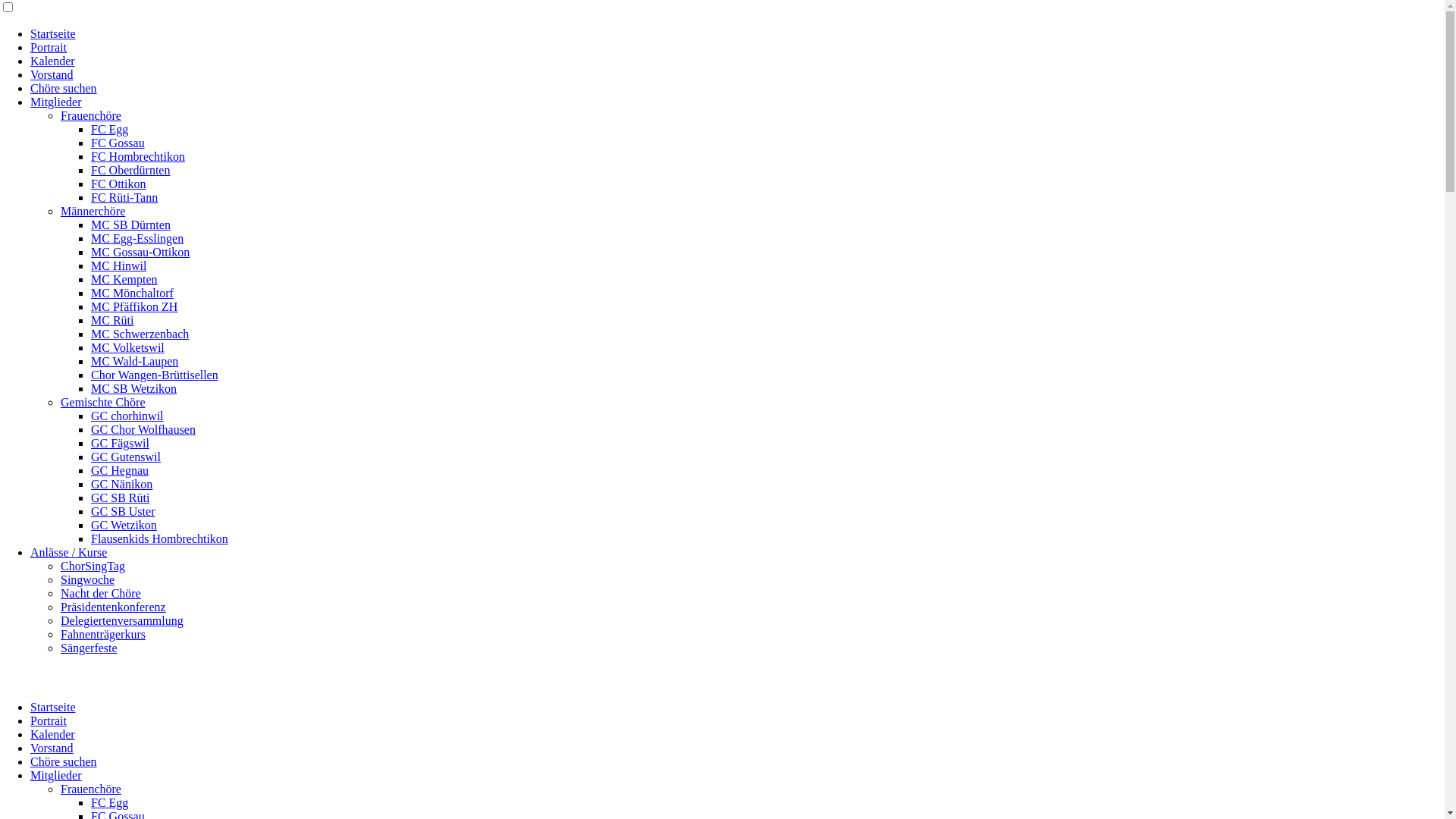  Describe the element at coordinates (61, 579) in the screenshot. I see `'Singwoche'` at that location.